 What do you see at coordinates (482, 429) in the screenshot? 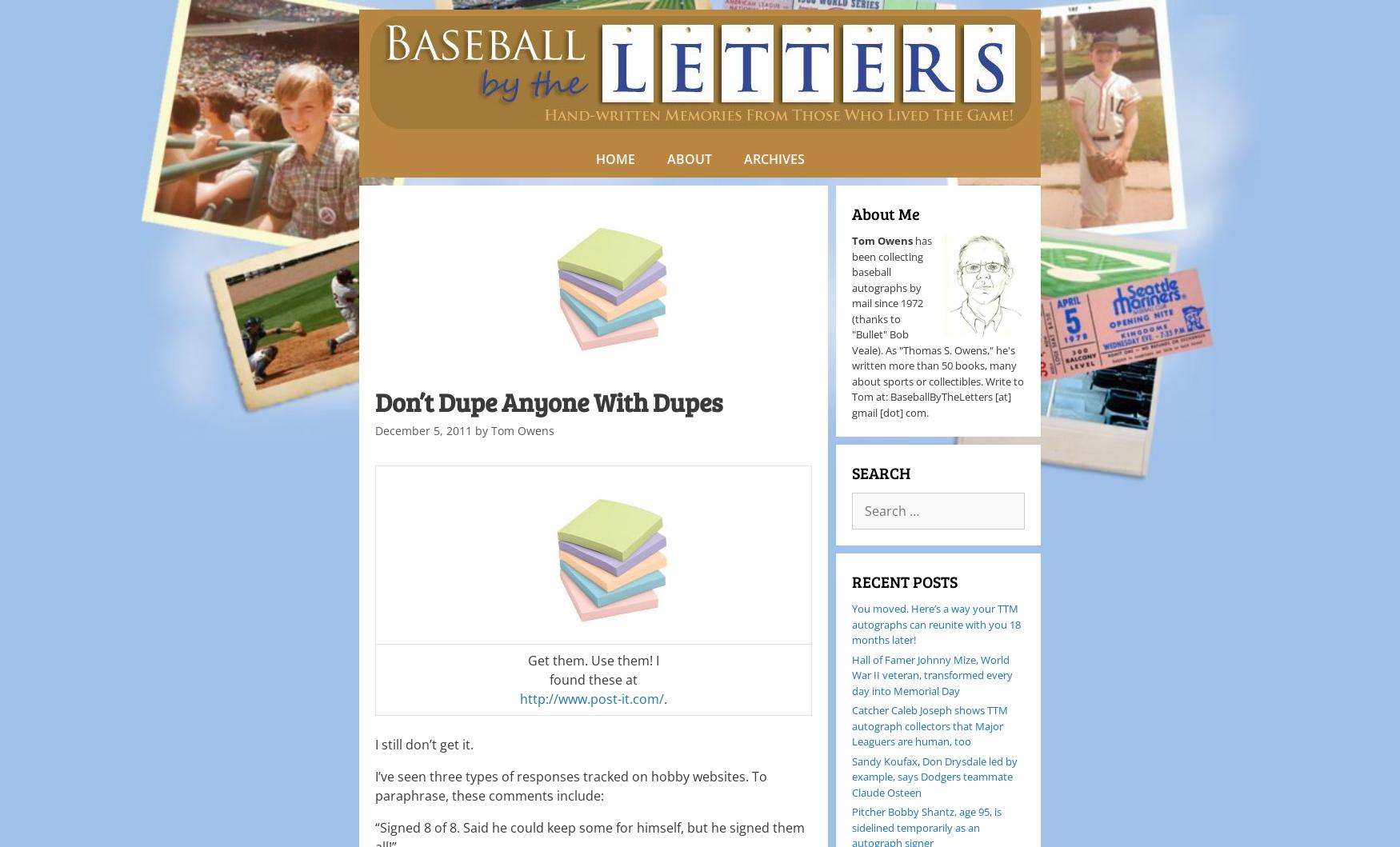
I see `'by'` at bounding box center [482, 429].